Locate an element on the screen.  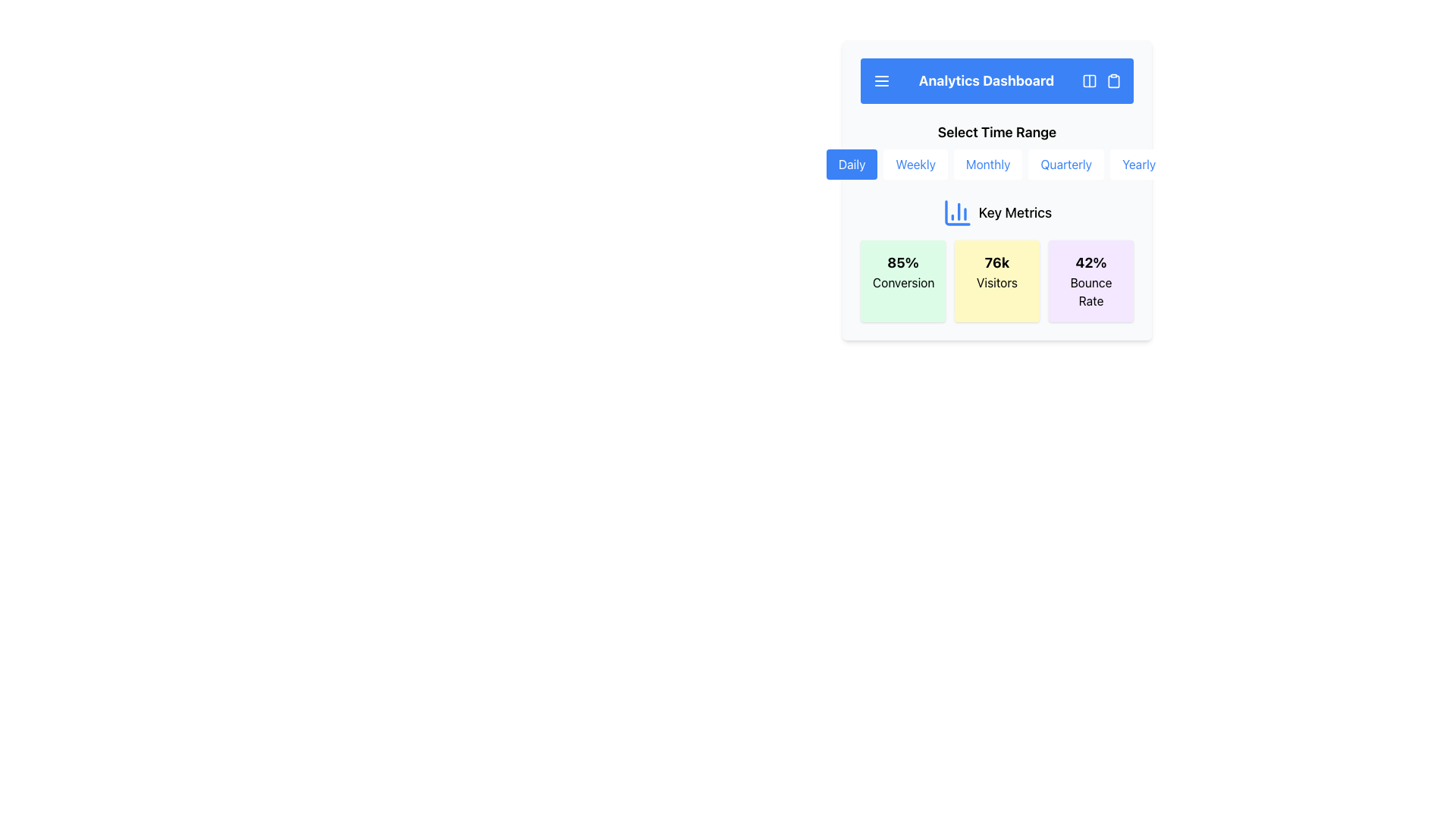
the middle metric card component in the Key Metrics section is located at coordinates (997, 281).